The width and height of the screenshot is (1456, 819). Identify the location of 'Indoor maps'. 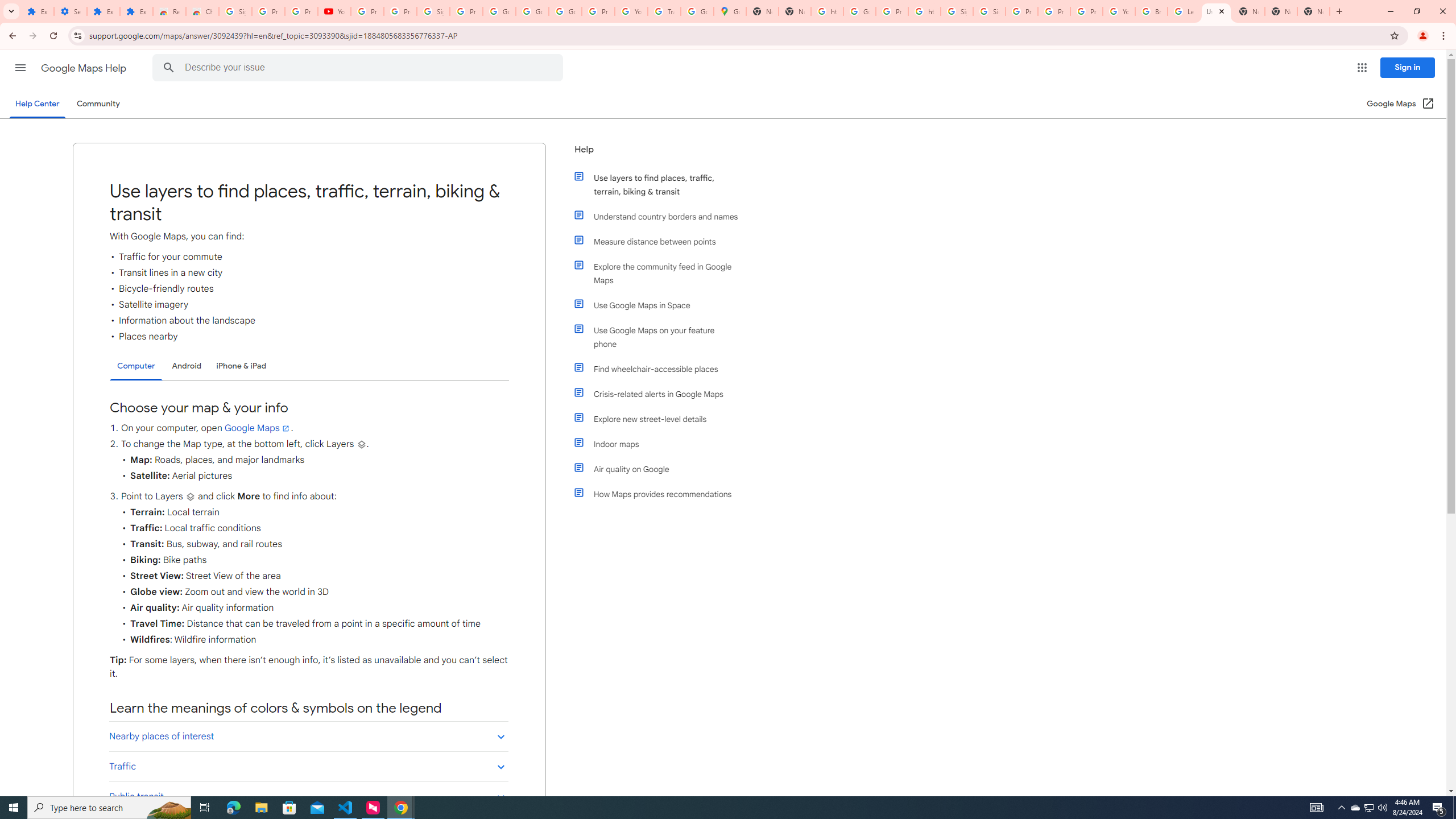
(661, 444).